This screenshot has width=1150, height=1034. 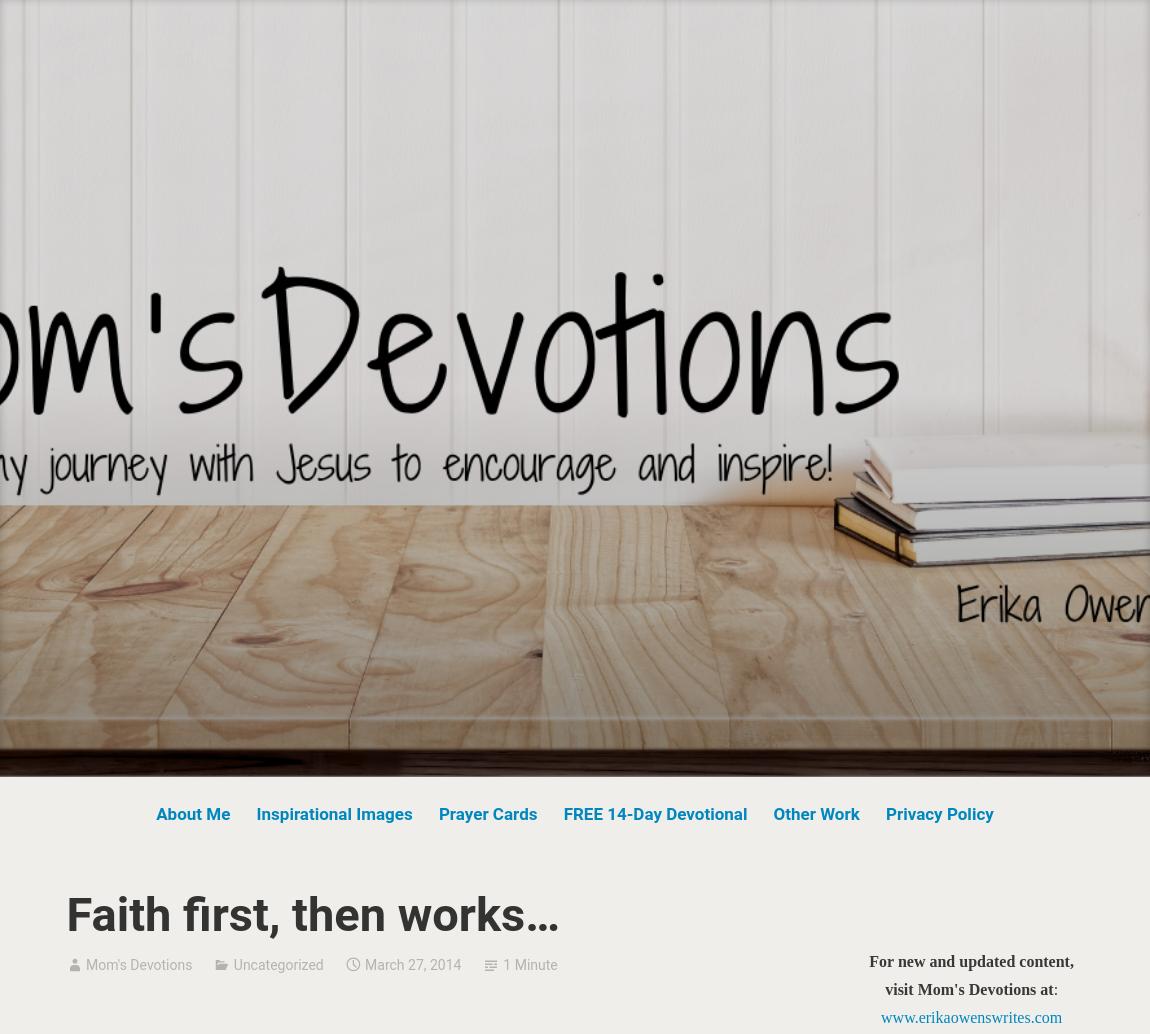 I want to click on 'Mom's Devotions', so click(x=83, y=962).